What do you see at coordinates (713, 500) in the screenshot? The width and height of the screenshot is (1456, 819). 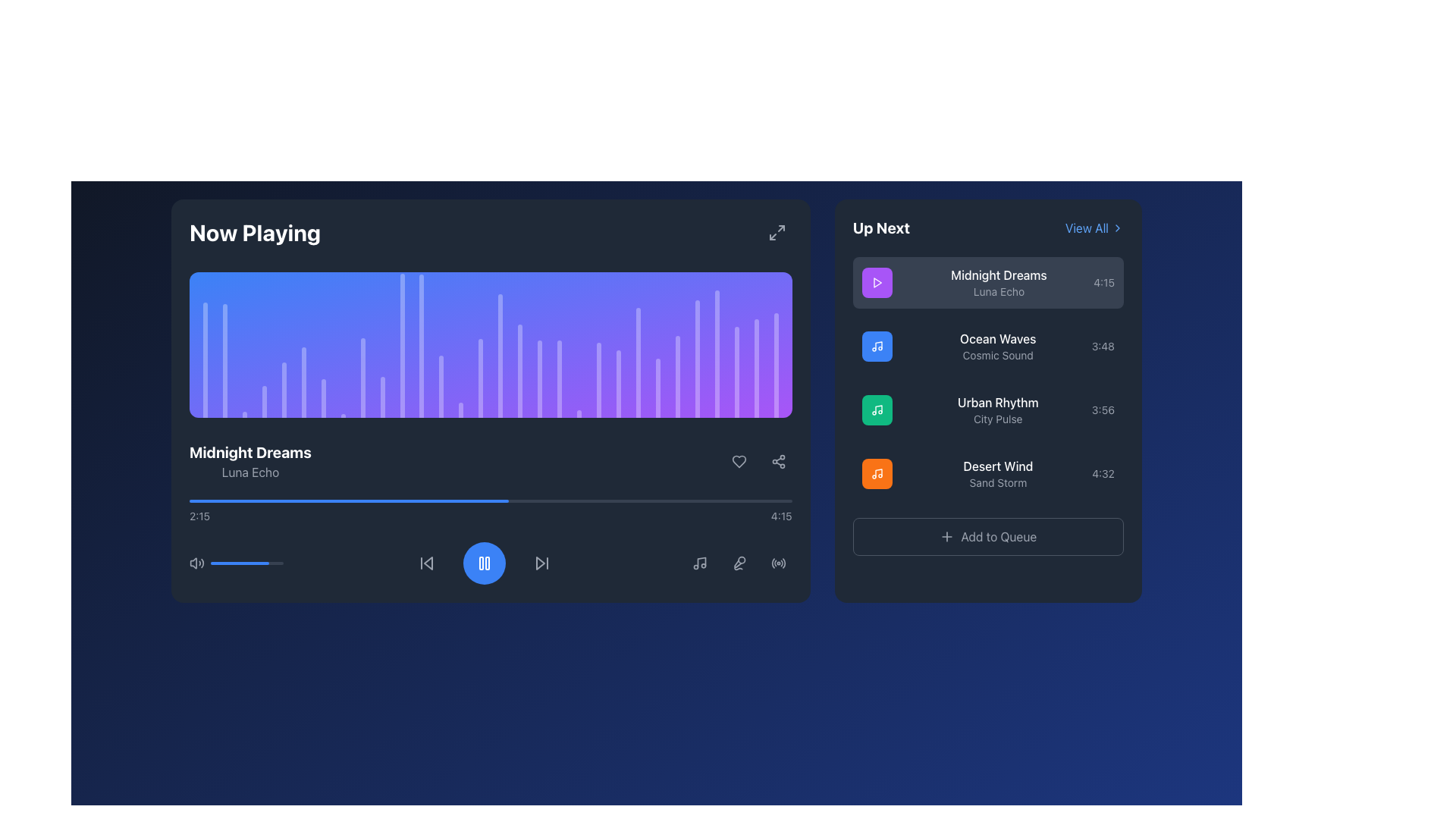 I see `the progress bar` at bounding box center [713, 500].